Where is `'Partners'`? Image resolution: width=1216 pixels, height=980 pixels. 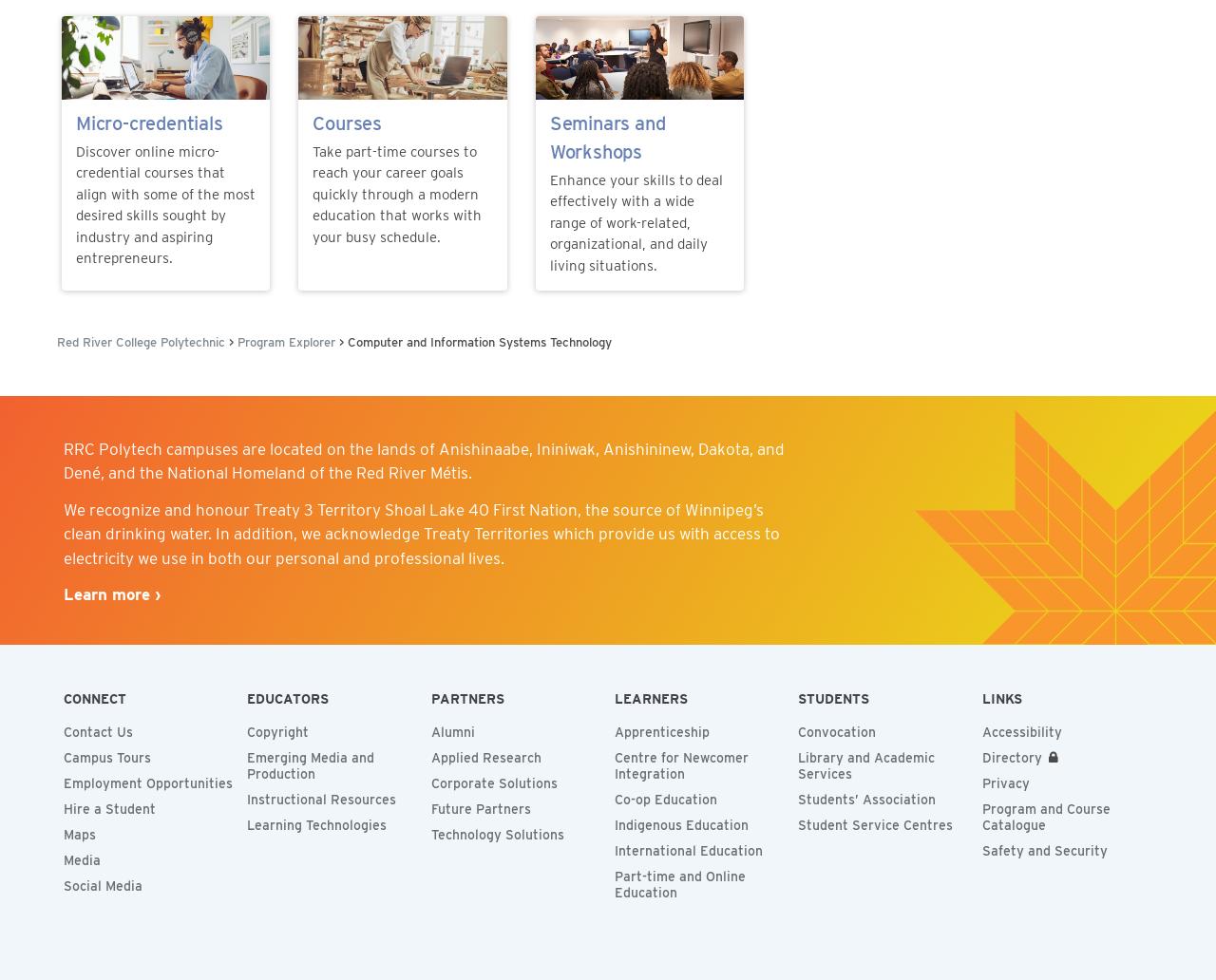
'Partners' is located at coordinates (466, 698).